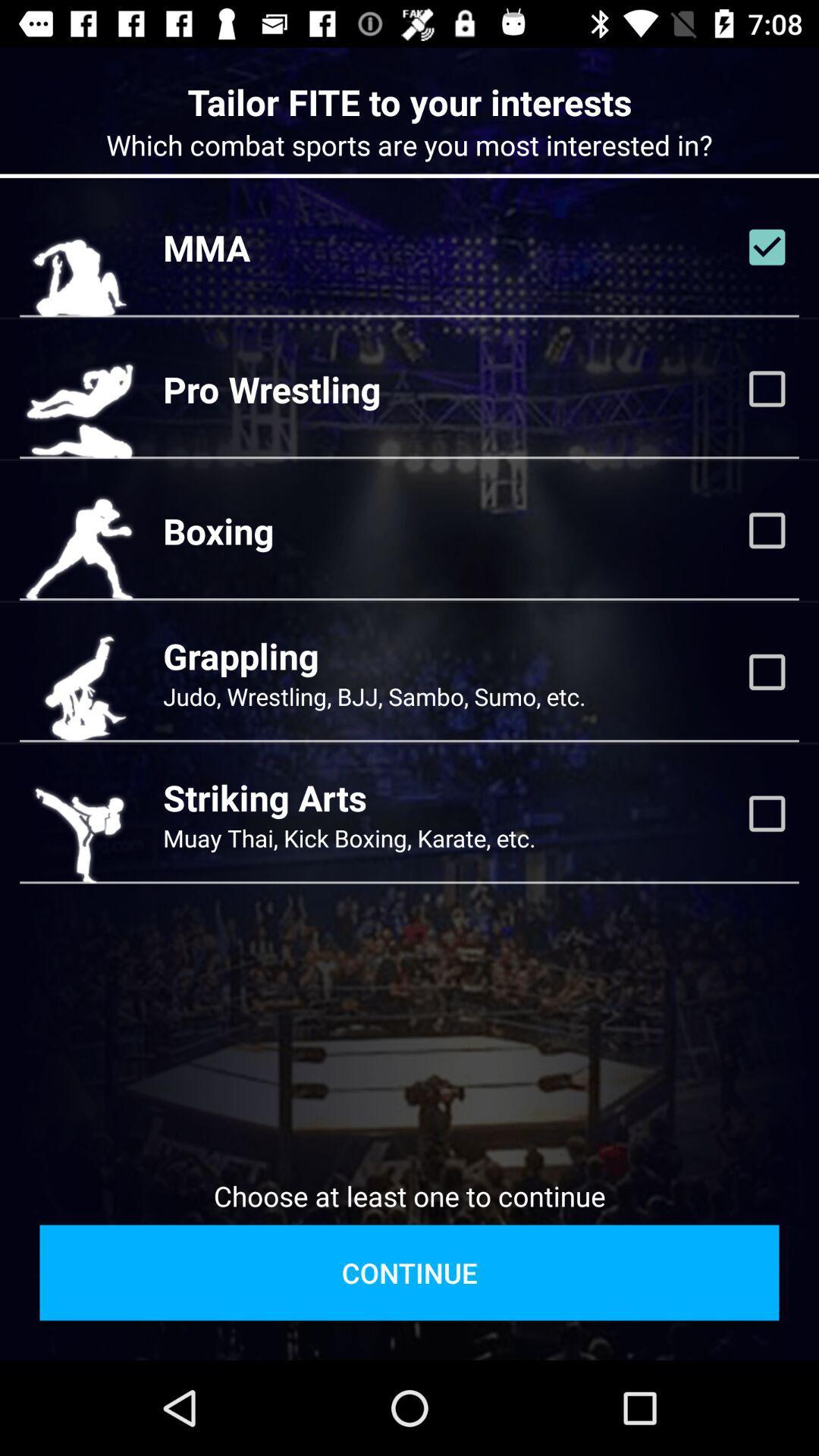  I want to click on pro wrestling item, so click(271, 389).